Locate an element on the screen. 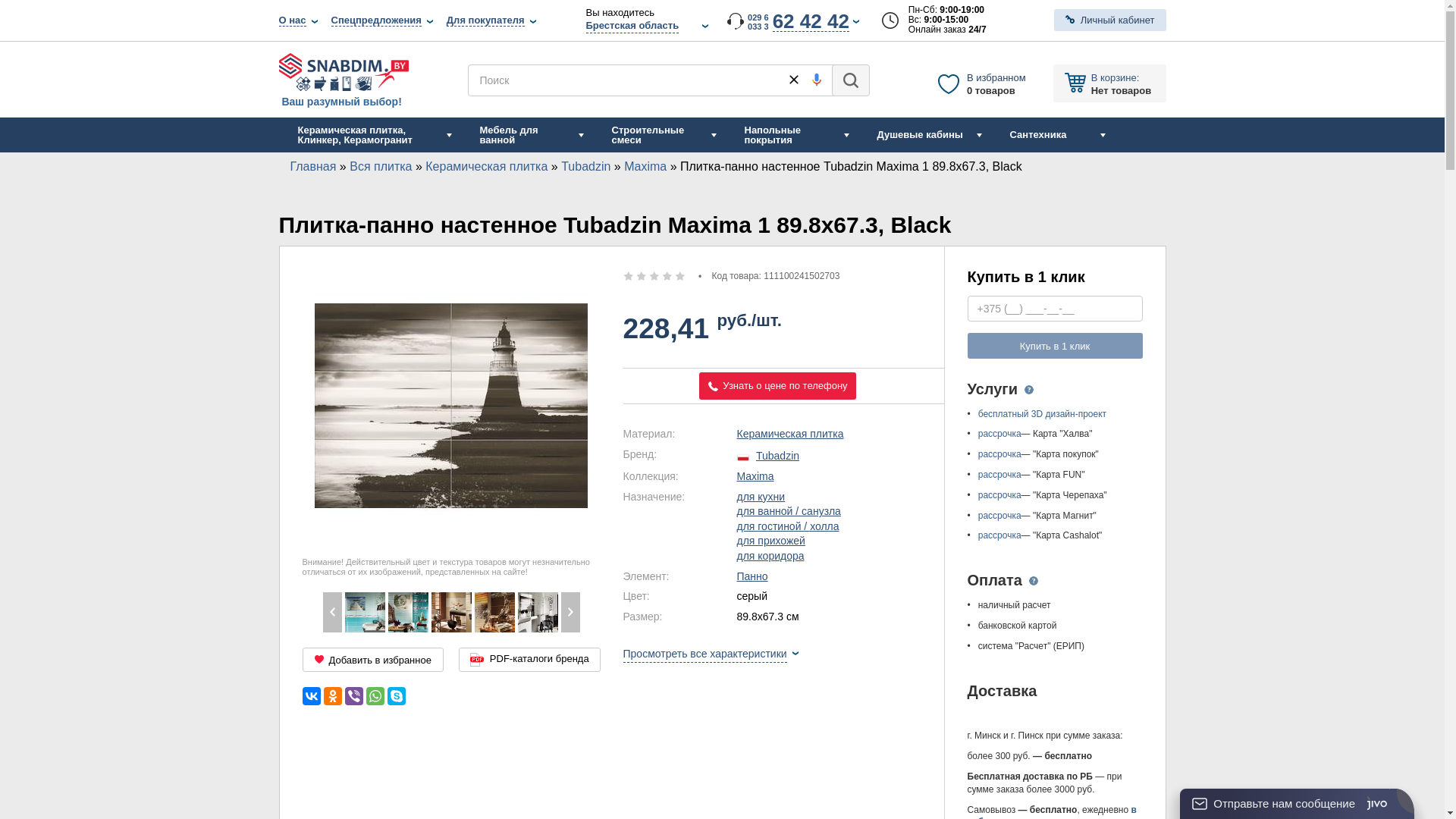  'Maxima' is located at coordinates (494, 611).